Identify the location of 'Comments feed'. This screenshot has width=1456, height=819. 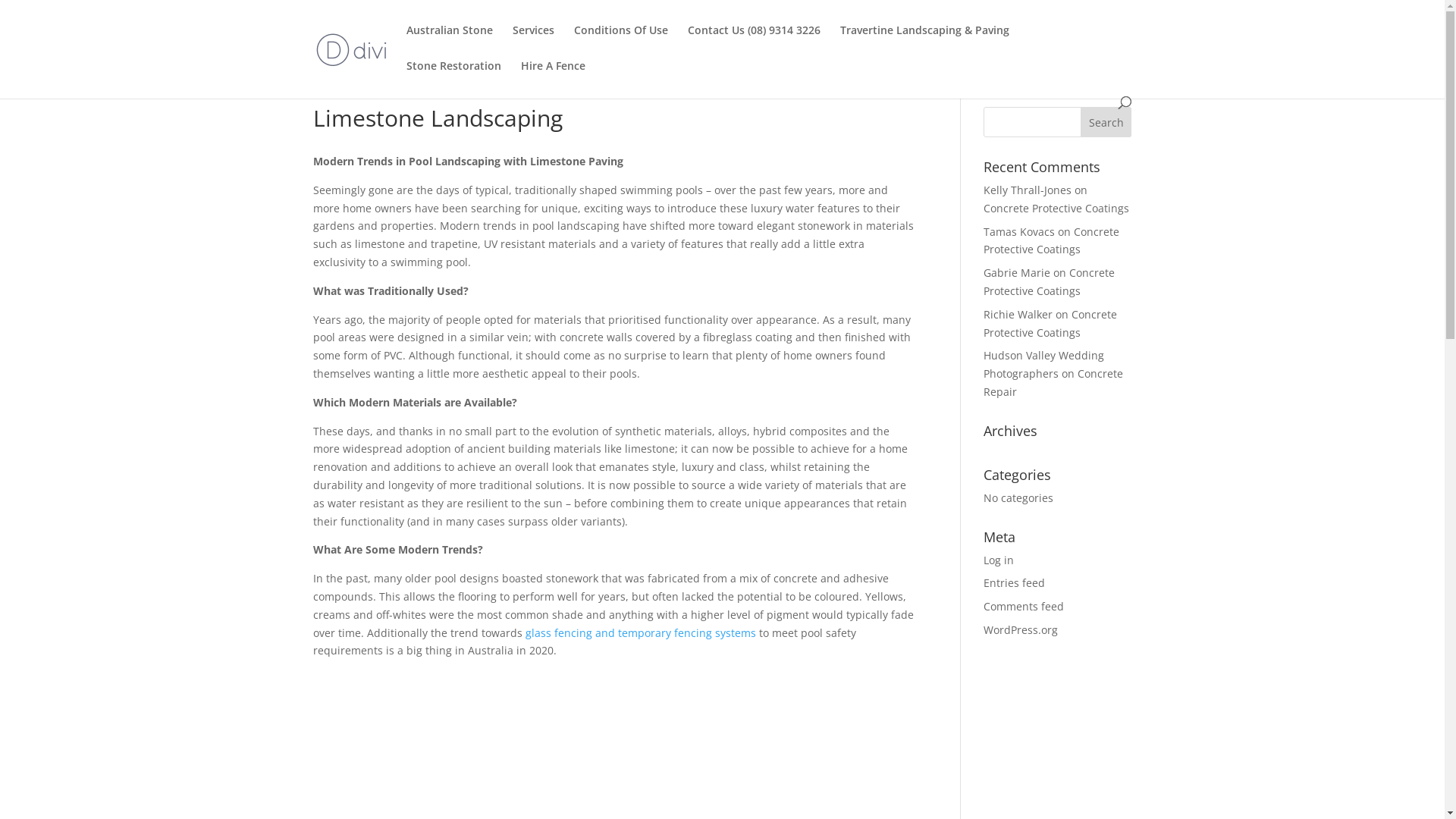
(1023, 605).